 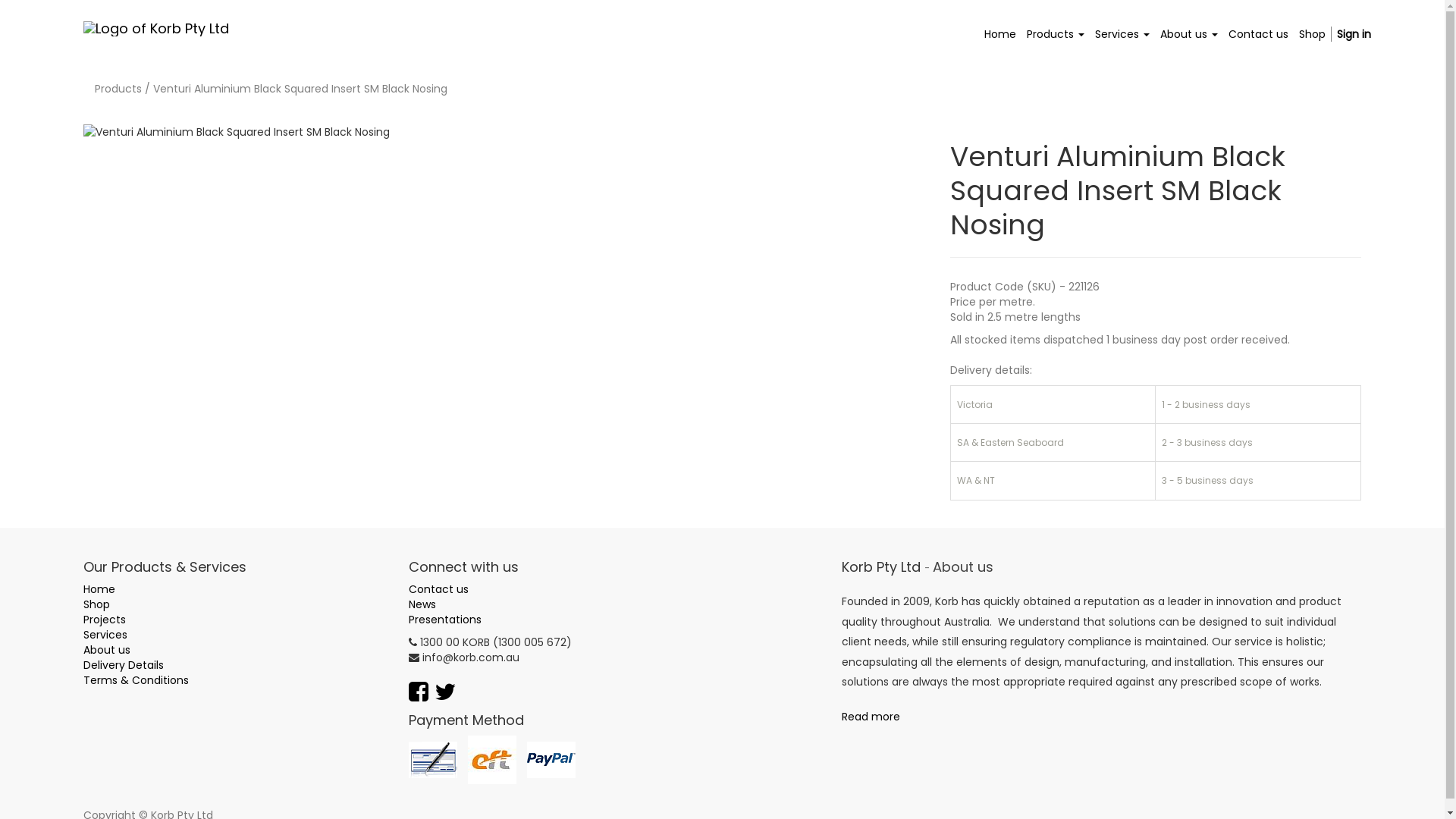 What do you see at coordinates (1188, 34) in the screenshot?
I see `'About us'` at bounding box center [1188, 34].